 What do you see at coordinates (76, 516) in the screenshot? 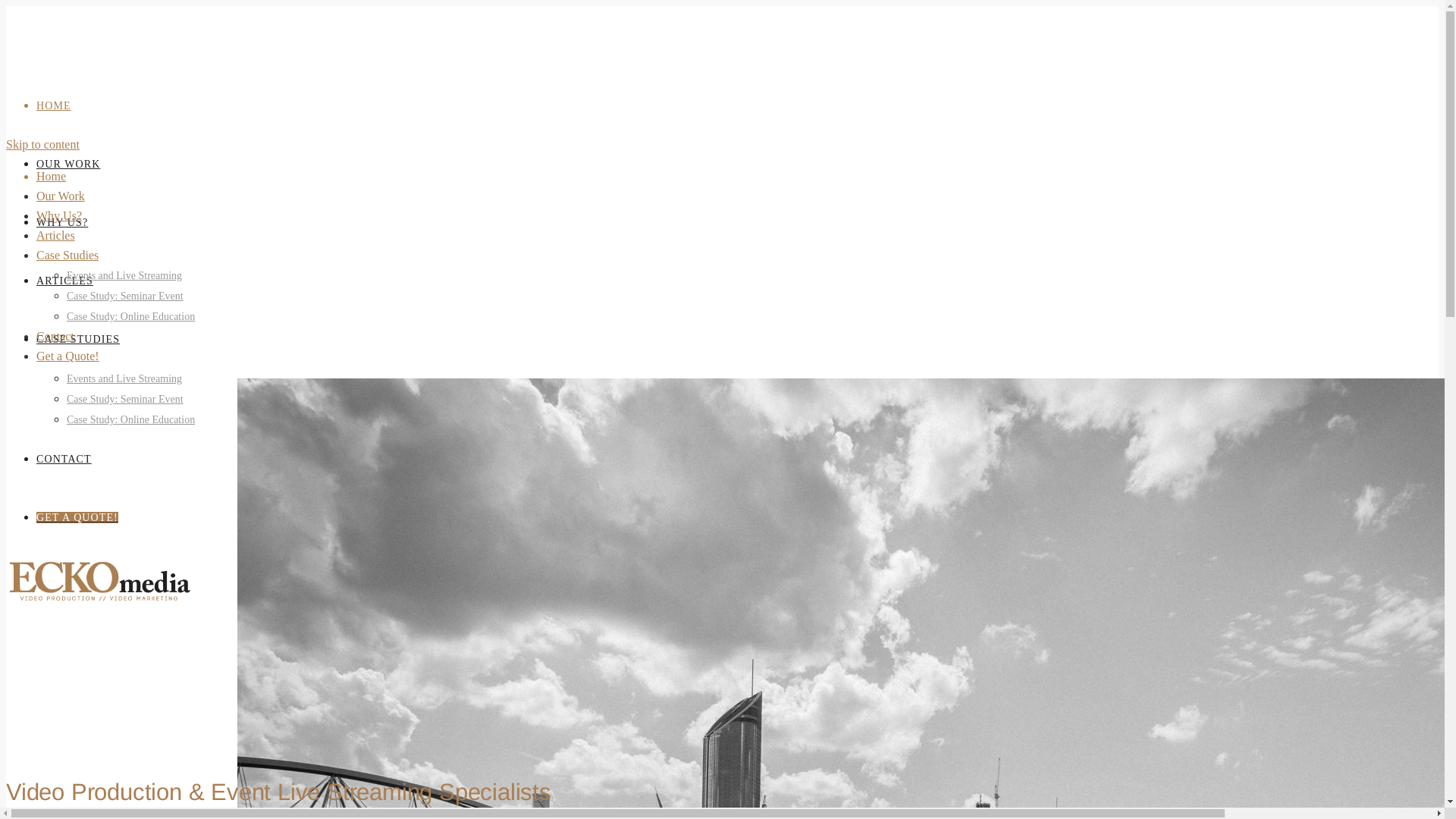
I see `'GET A QUOTE!'` at bounding box center [76, 516].